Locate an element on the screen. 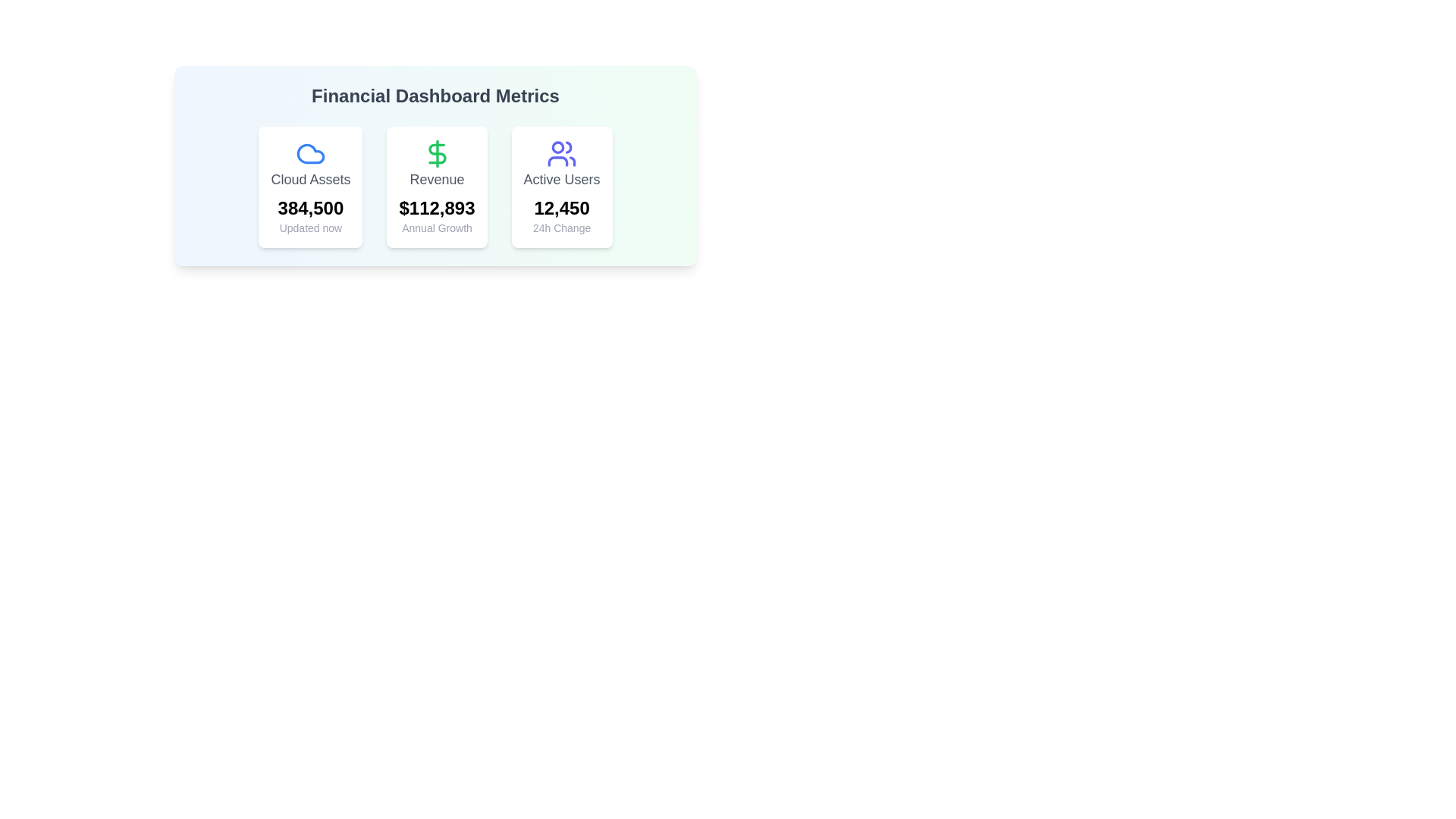  the blue cloud icon located at the top of the 'Cloud Assets' card in the data dashboard is located at coordinates (309, 154).